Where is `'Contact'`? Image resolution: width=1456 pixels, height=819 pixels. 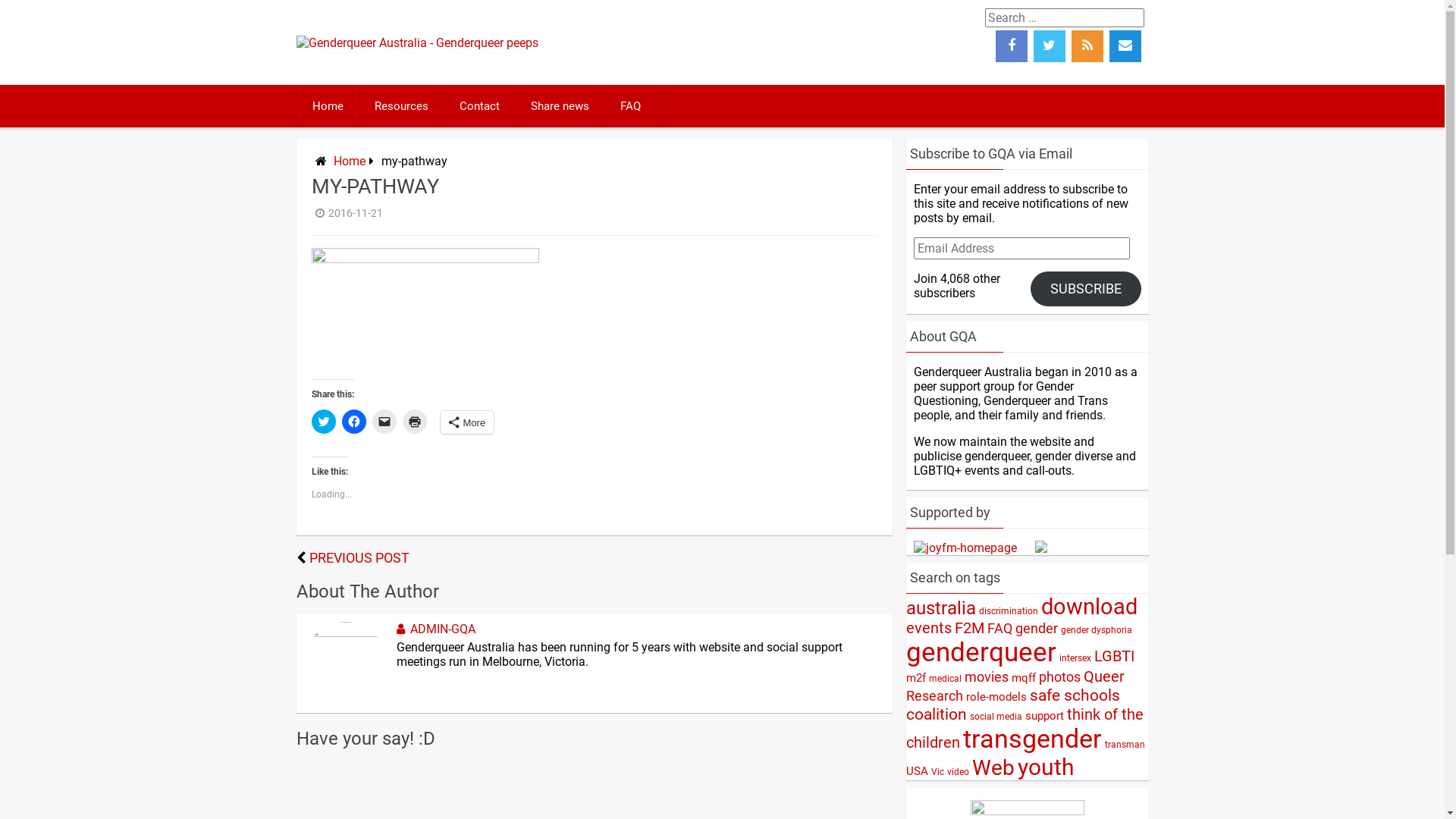
'Contact' is located at coordinates (479, 105).